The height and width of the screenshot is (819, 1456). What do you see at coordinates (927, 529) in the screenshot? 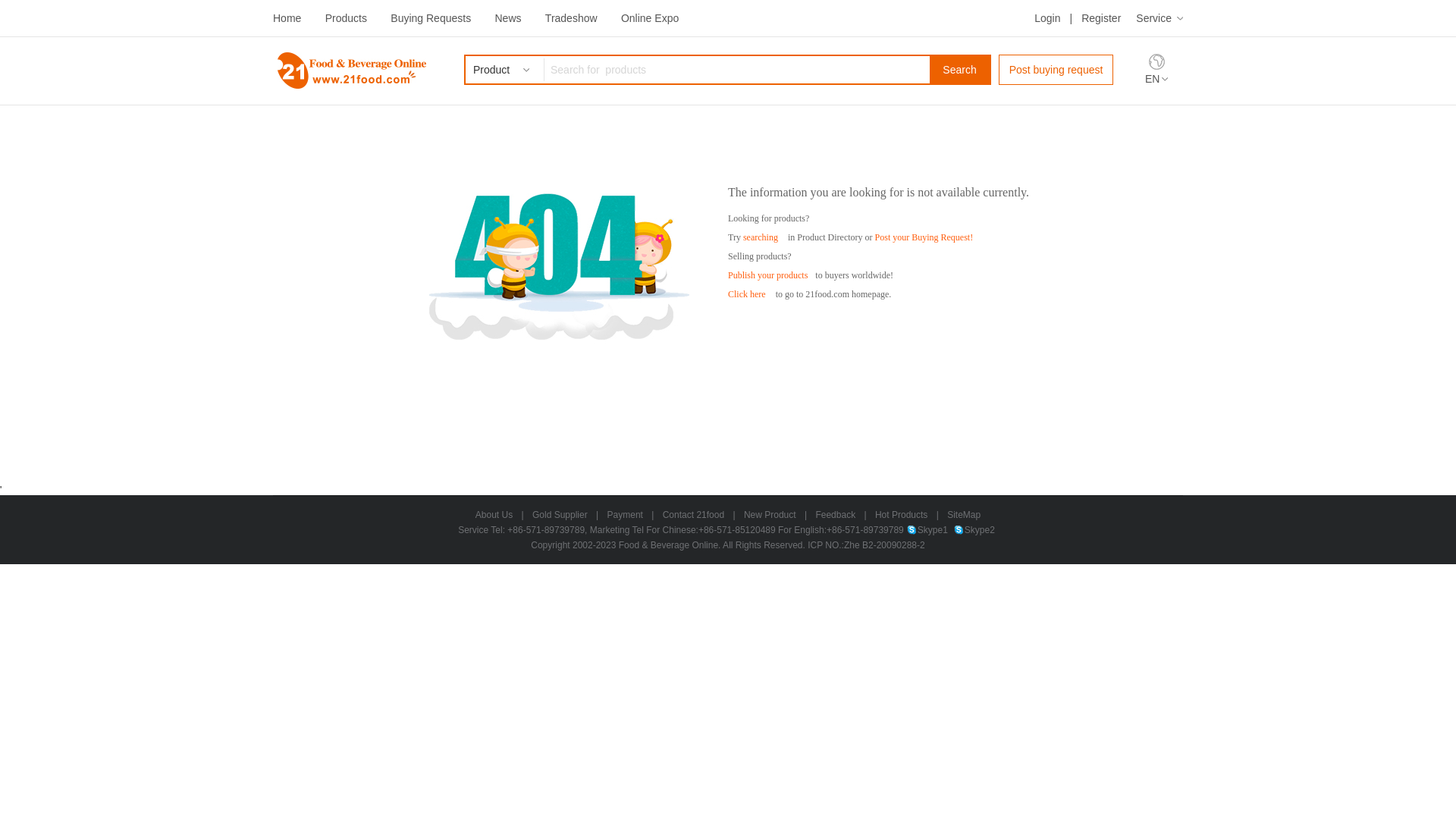
I see `'Skype1'` at bounding box center [927, 529].